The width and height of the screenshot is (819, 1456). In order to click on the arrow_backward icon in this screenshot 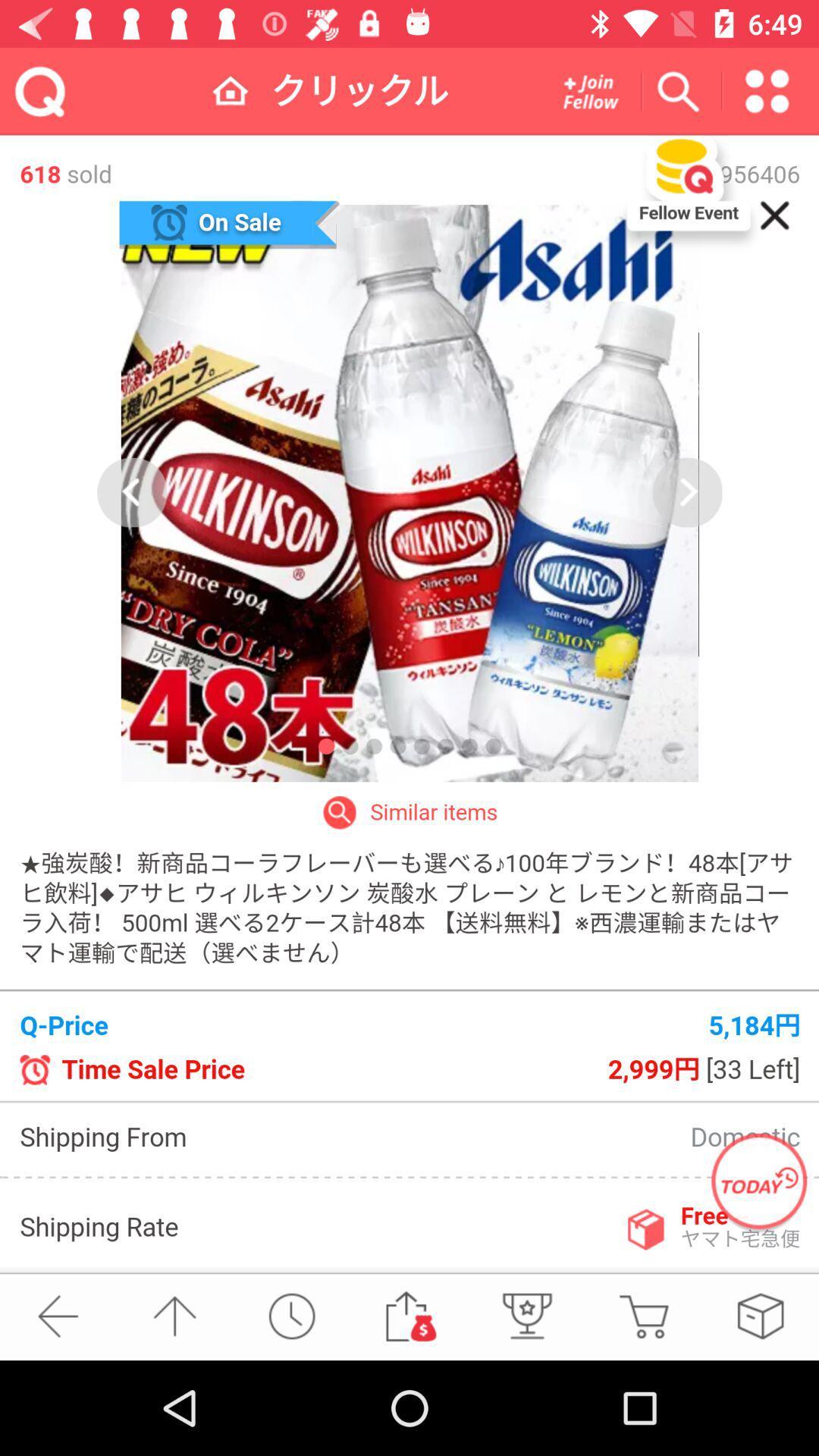, I will do `click(57, 1315)`.